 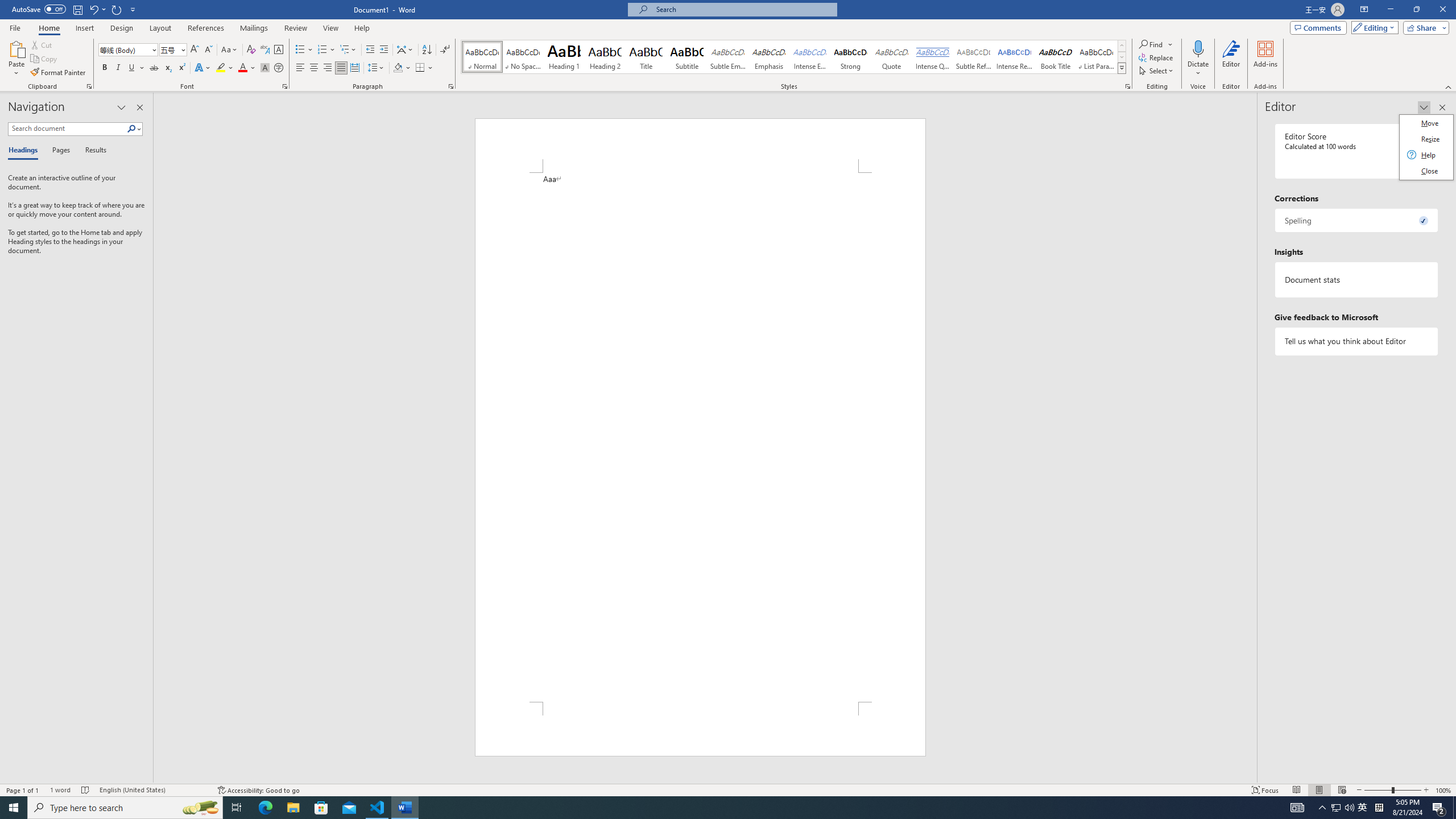 I want to click on 'Microsoft Store', so click(x=320, y=806).